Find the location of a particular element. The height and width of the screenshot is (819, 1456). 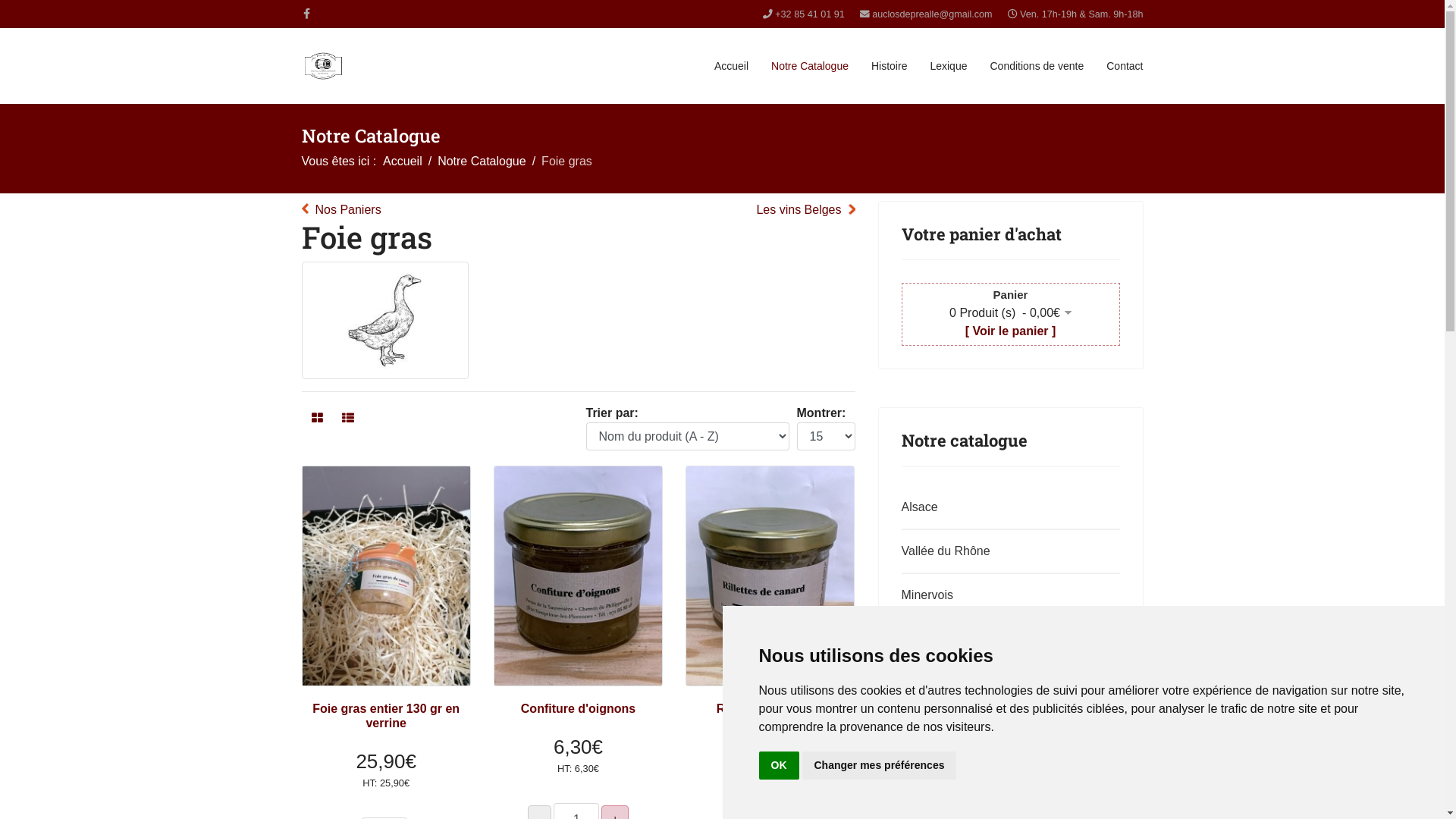

'Foie gras entier 130 gr en verrine' is located at coordinates (385, 716).